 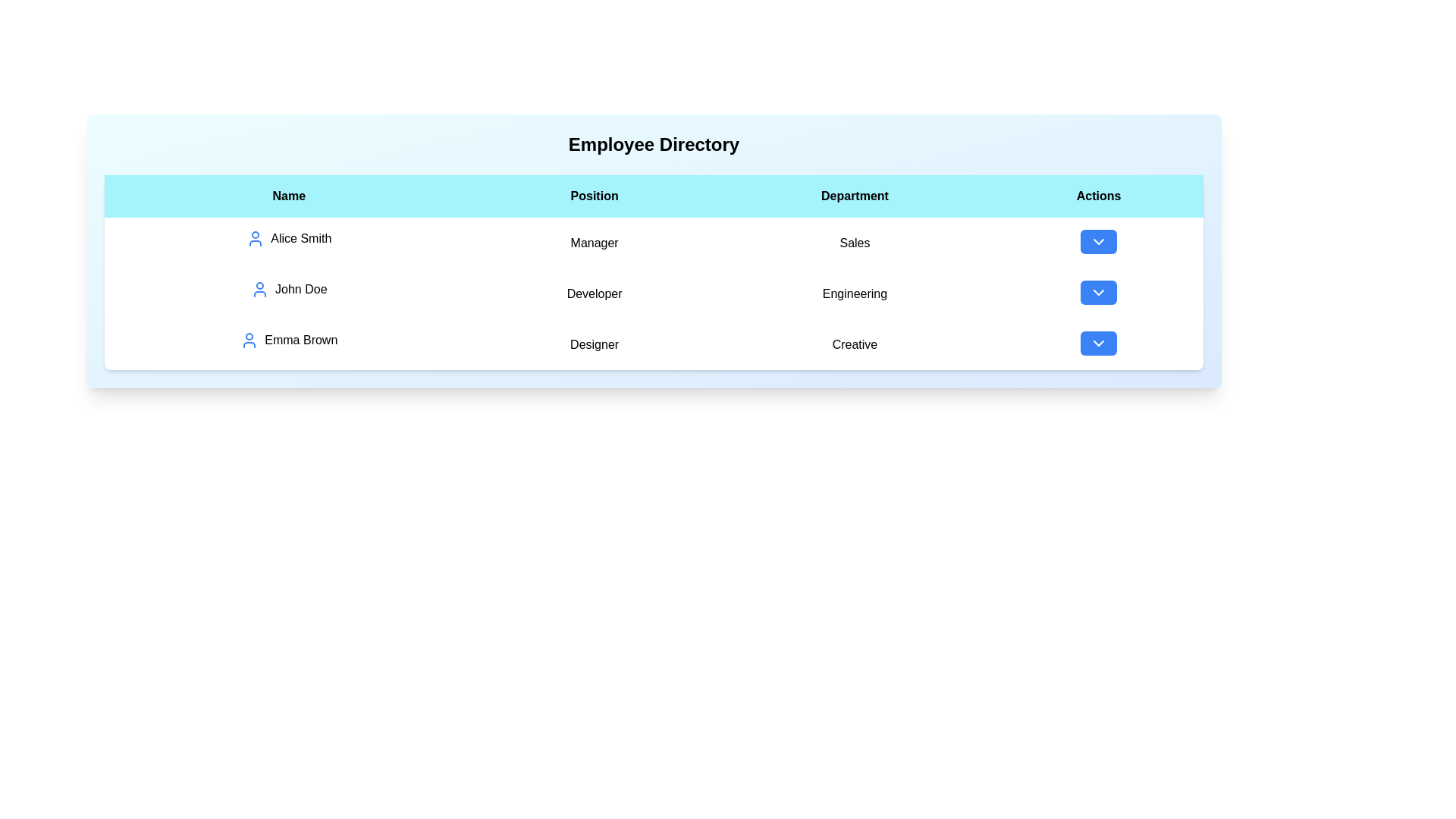 I want to click on the text label displaying 'Developer' located in the second row of the table under the 'Position' column to interact with the surrounding context, so click(x=594, y=293).